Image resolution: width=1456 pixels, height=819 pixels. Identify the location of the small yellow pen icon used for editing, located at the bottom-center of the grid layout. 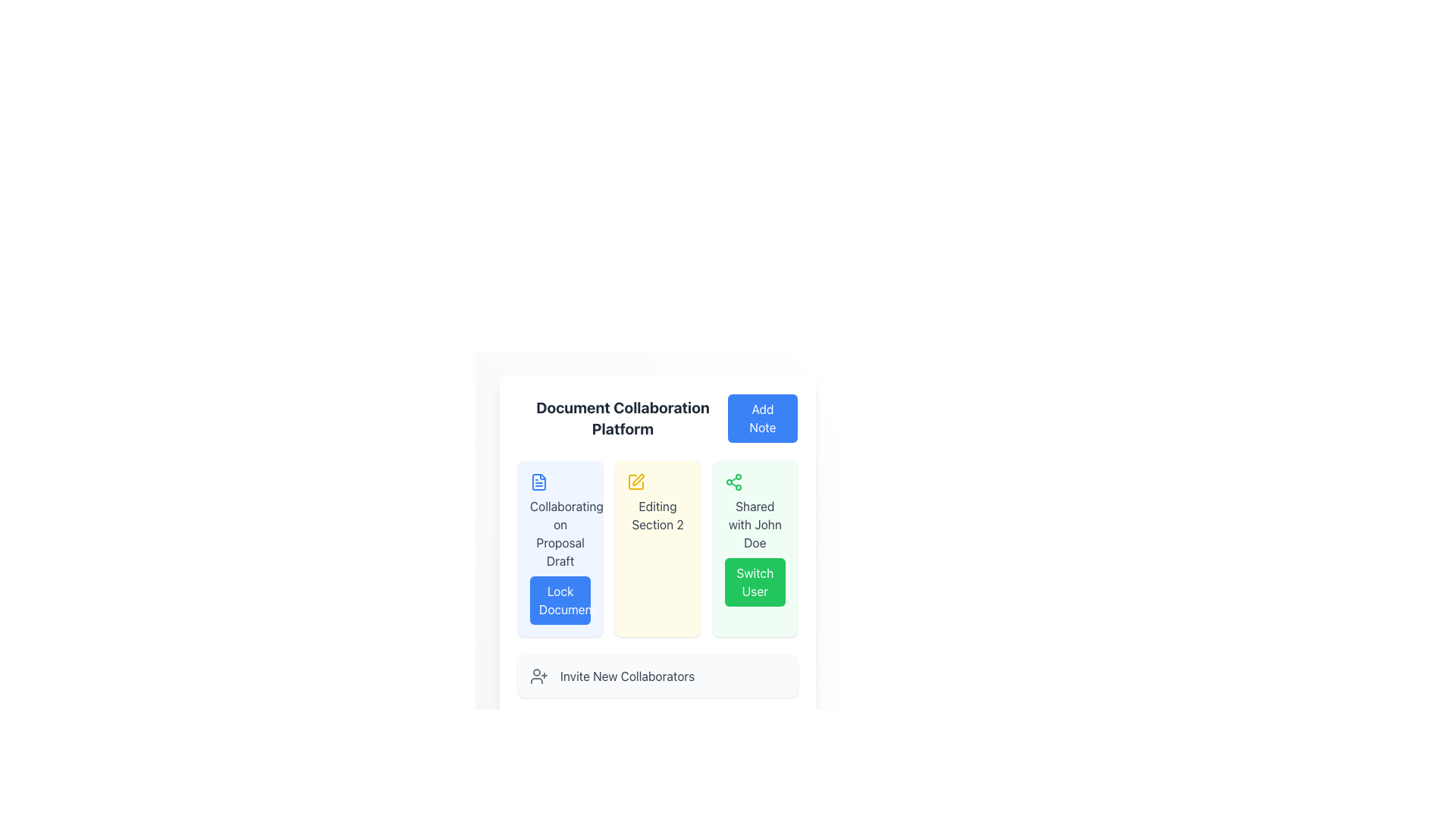
(639, 479).